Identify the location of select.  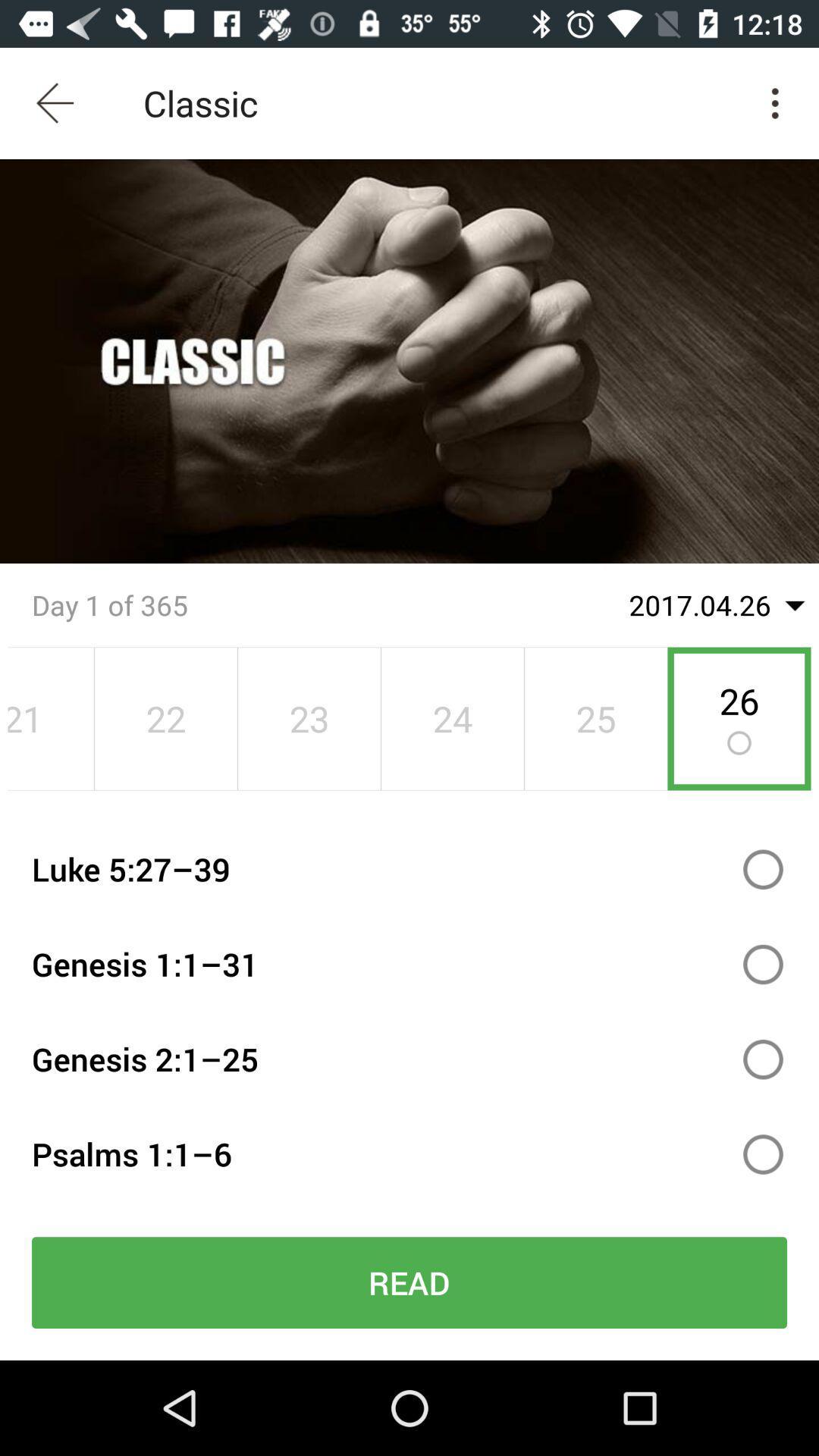
(763, 869).